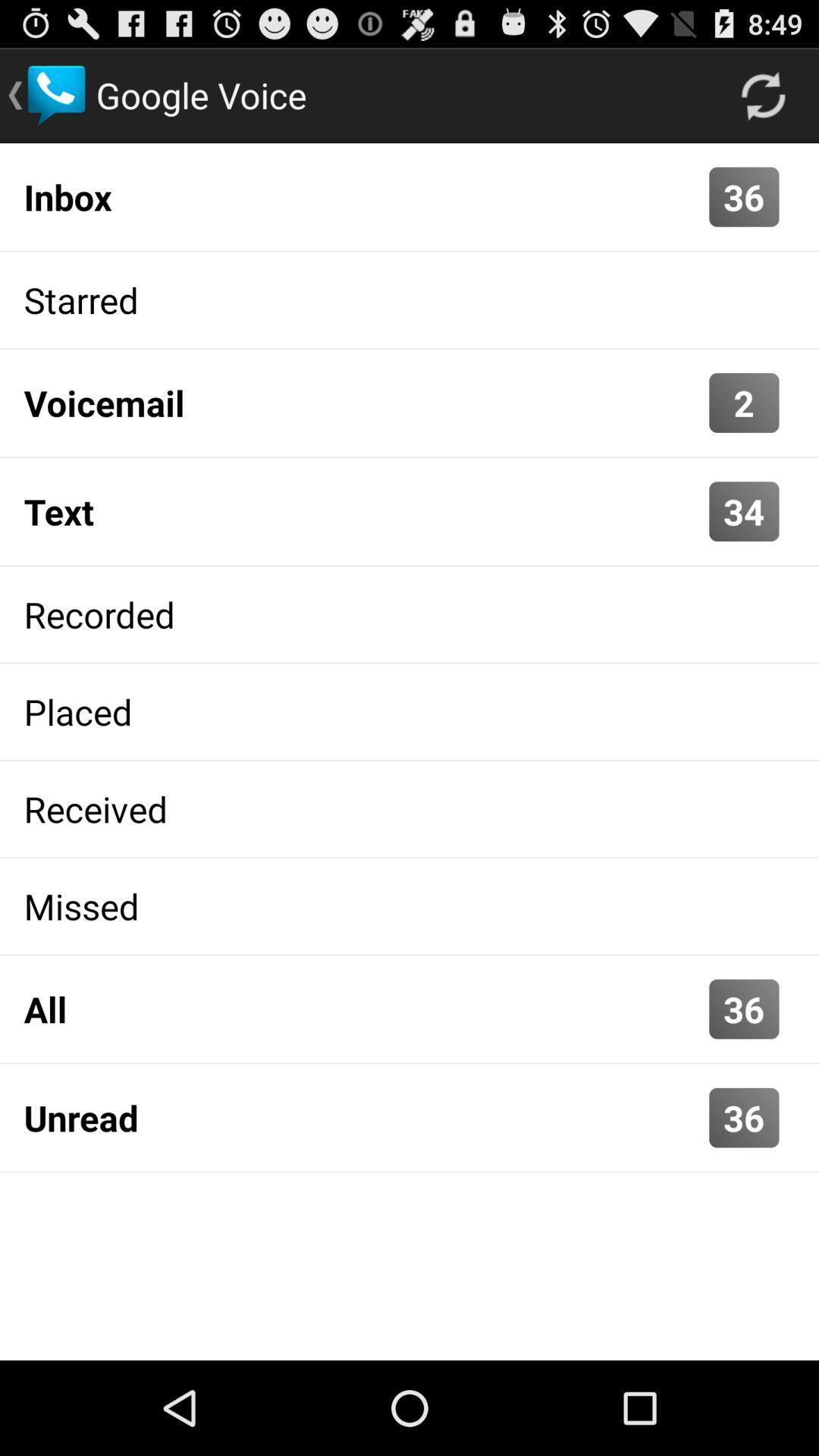  What do you see at coordinates (362, 1009) in the screenshot?
I see `item next to the 36 icon` at bounding box center [362, 1009].